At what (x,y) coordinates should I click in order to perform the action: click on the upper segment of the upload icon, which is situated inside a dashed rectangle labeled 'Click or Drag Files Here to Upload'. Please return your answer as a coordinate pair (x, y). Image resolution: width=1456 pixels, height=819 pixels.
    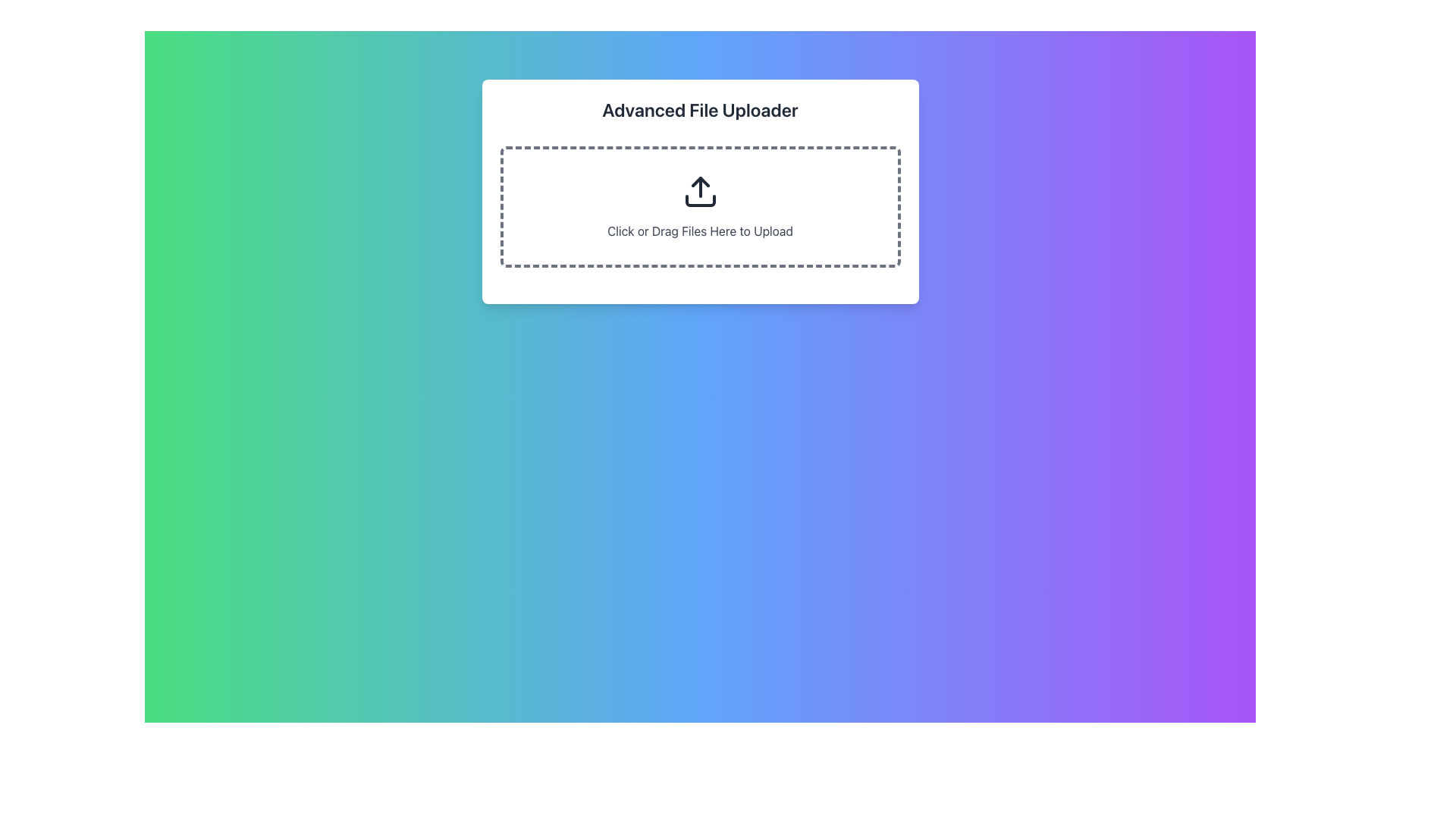
    Looking at the image, I should click on (699, 180).